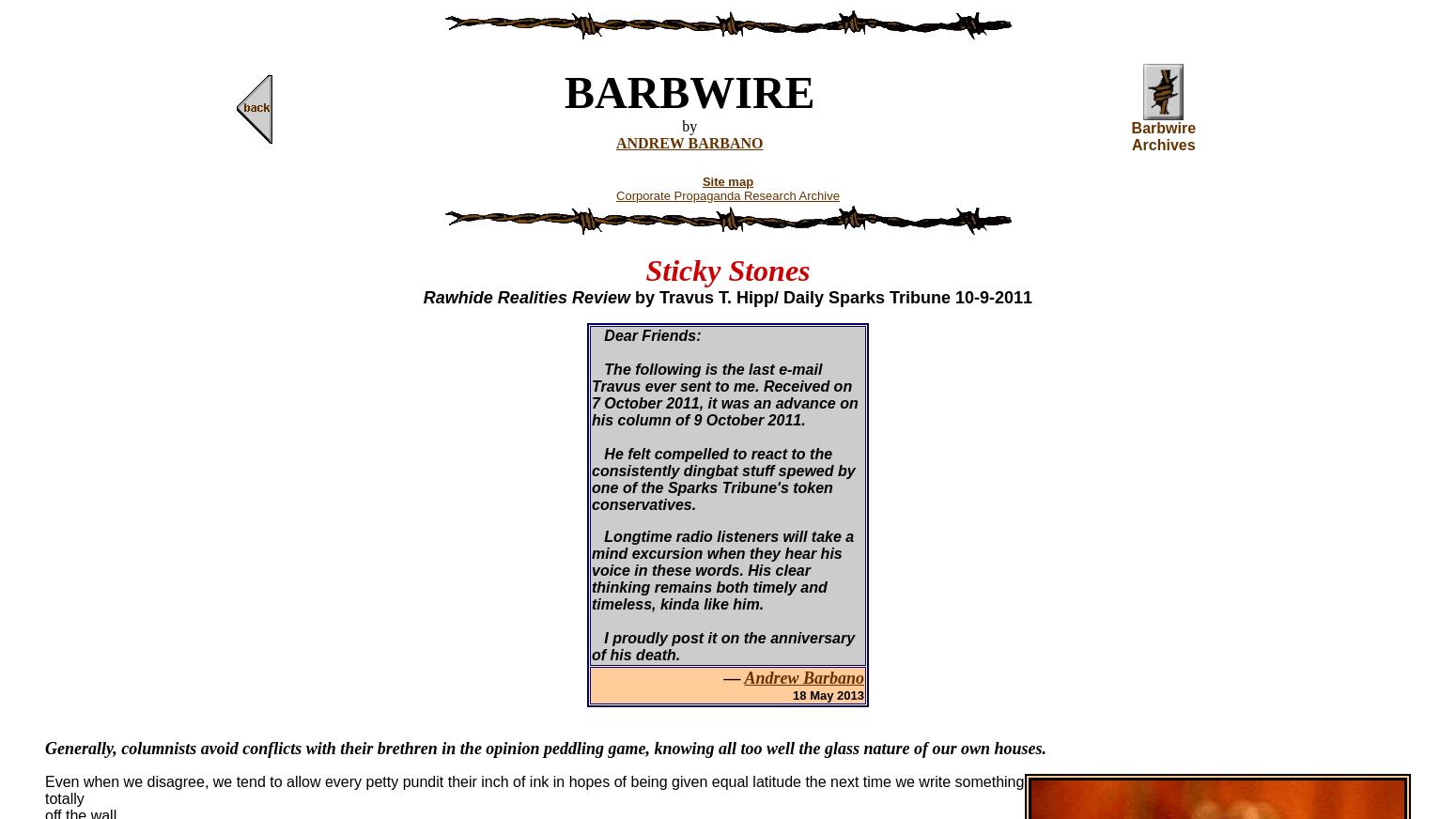 The image size is (1456, 819). Describe the element at coordinates (724, 394) in the screenshot. I see `'The following is the last e-mail Travus ever sent 
          to me. Received on 7 October 2011, it was an advance on his column of 
          9 October 2011.'` at that location.